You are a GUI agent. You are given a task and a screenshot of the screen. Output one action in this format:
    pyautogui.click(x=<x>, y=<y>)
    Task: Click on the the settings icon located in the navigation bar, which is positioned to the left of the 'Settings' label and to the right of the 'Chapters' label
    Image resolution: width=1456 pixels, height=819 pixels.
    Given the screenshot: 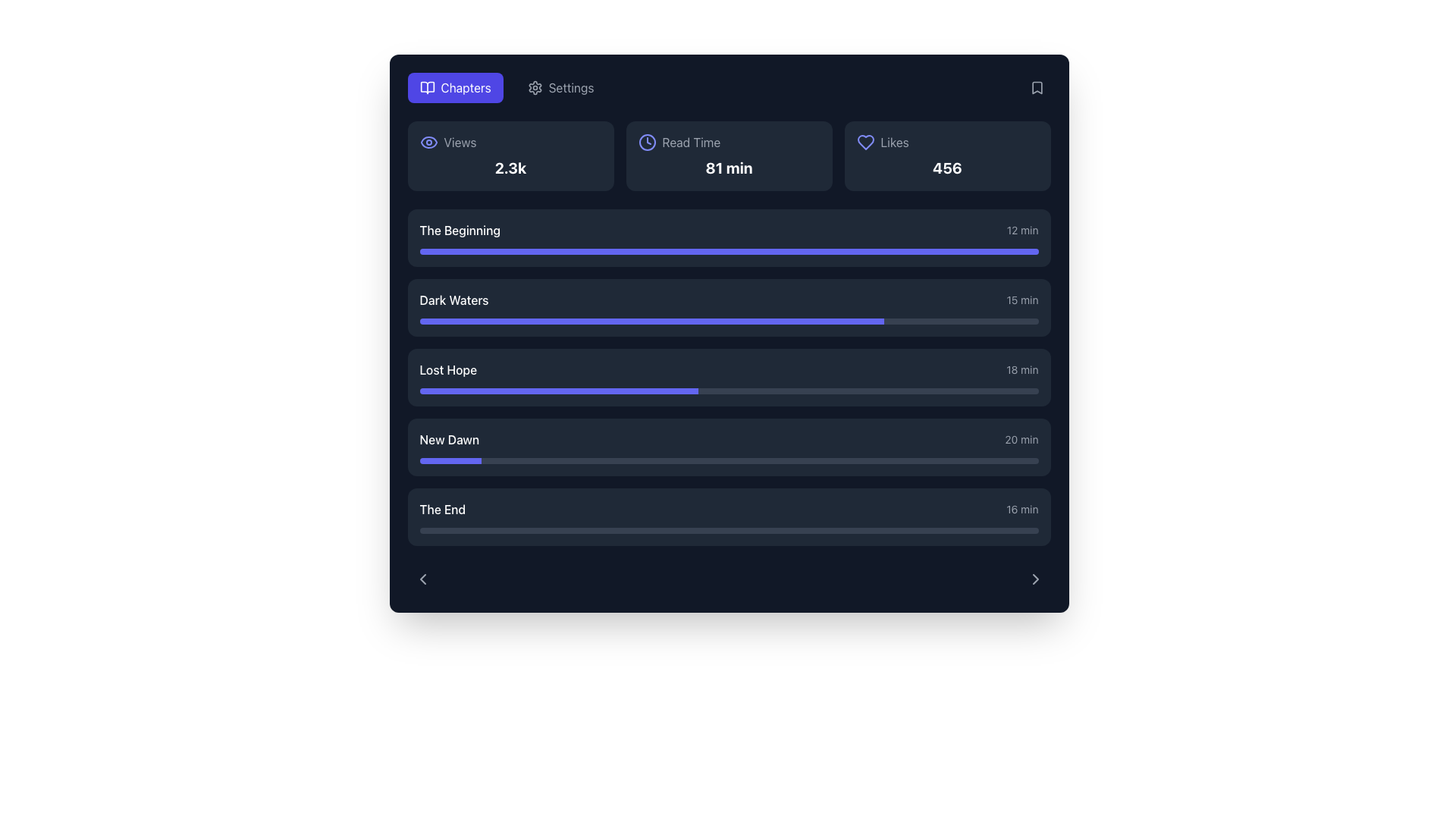 What is the action you would take?
    pyautogui.click(x=535, y=87)
    